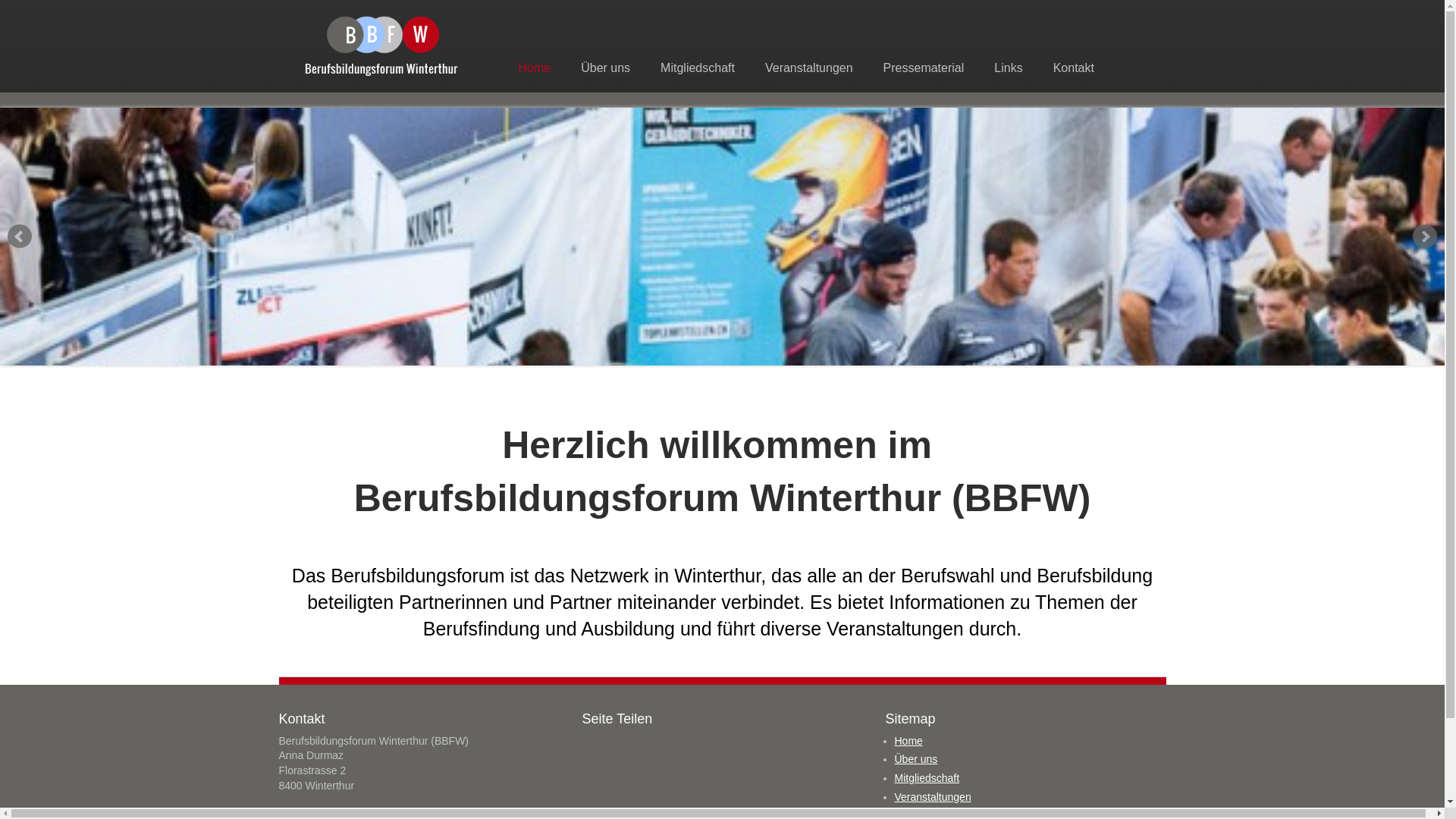 The image size is (1456, 819). I want to click on 'Mitgliedschaft', so click(927, 778).